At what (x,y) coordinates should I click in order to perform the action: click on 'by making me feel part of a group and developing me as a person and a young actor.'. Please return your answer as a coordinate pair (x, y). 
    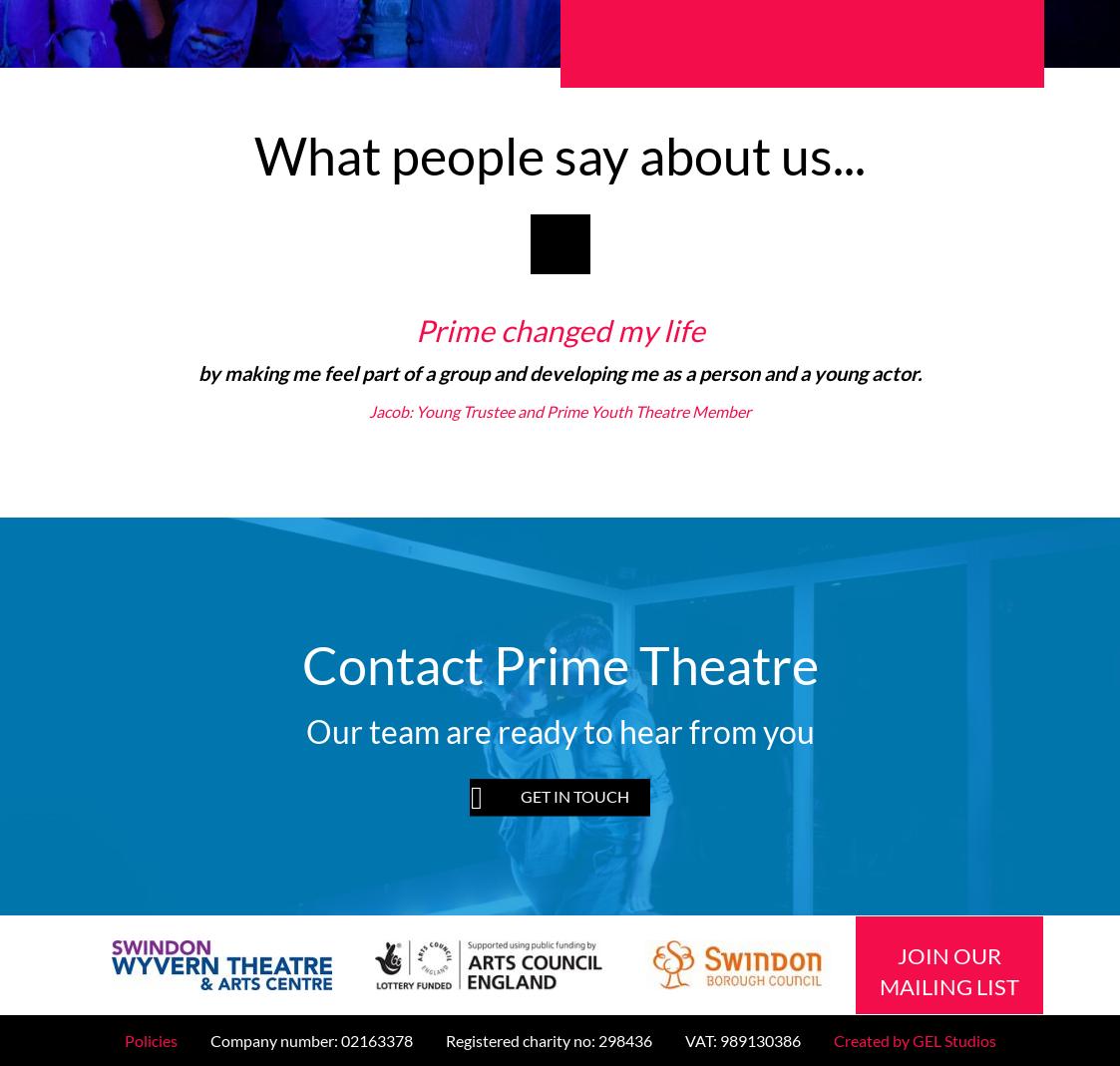
    Looking at the image, I should click on (196, 373).